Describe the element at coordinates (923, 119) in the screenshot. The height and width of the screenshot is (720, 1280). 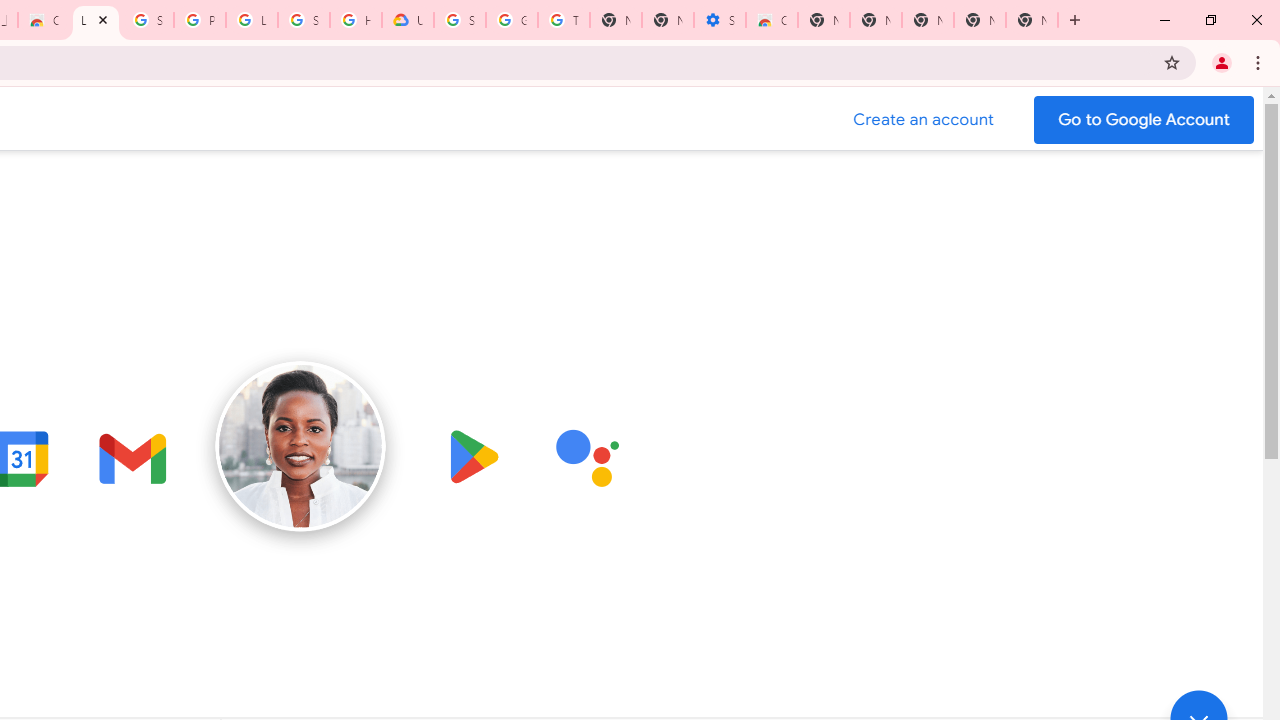
I see `'Create a Google Account'` at that location.